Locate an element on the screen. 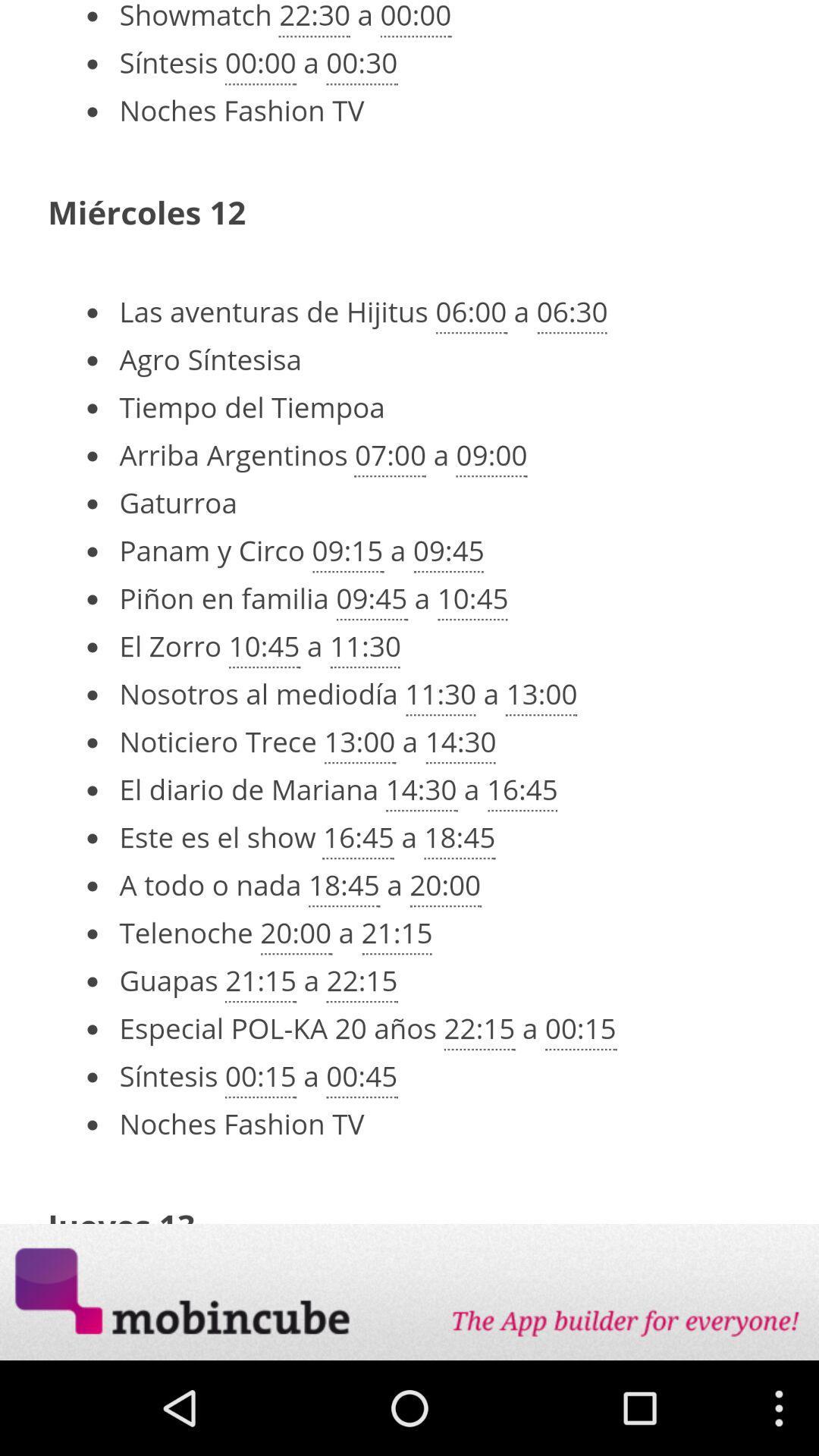  for advertisement is located at coordinates (409, 1291).